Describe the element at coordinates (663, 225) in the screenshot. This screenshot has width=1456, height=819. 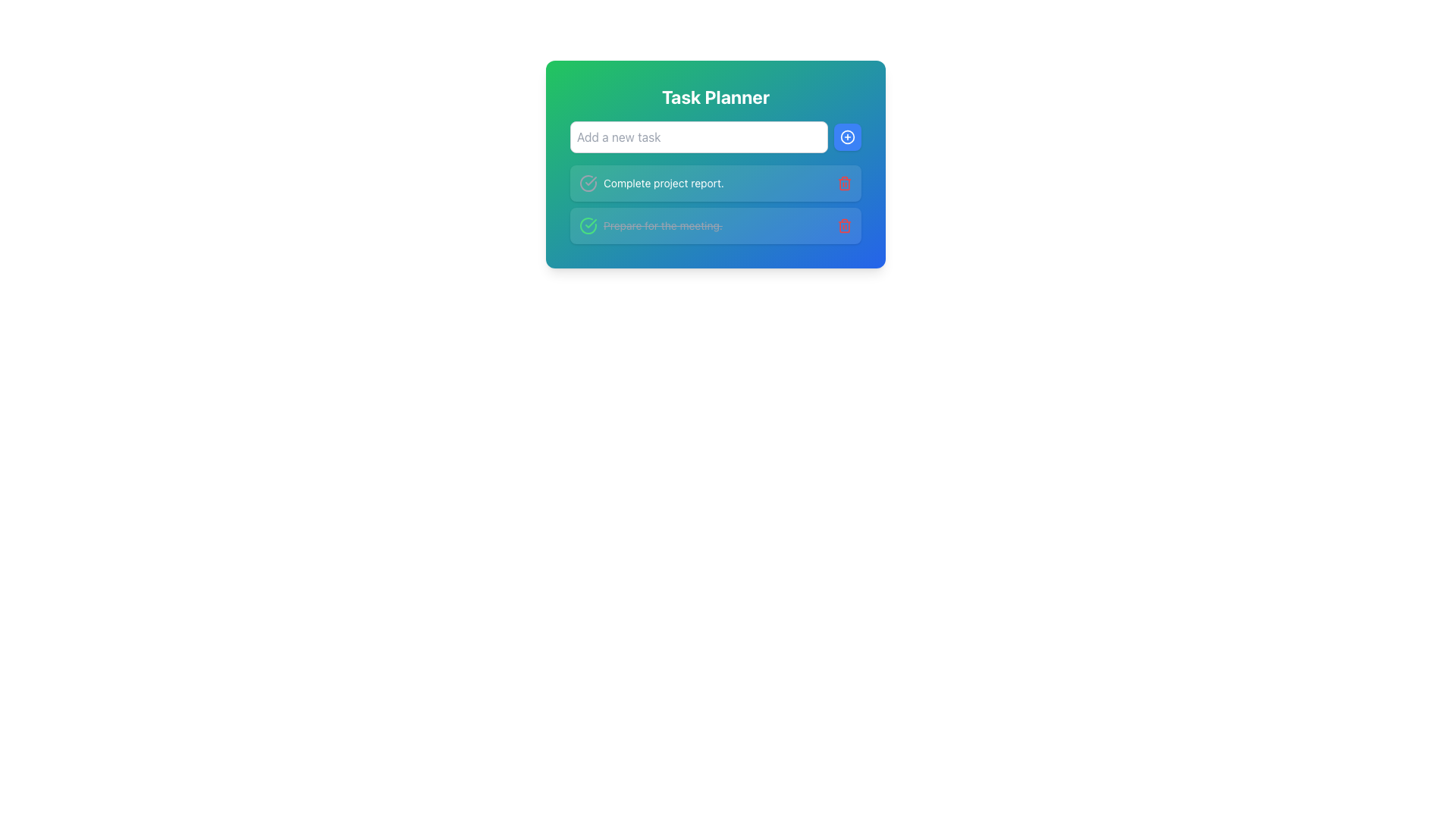
I see `the text element 'Prepare for the meeting.' which is displayed with a gray strikethrough font style, indicating task completion, located in the second task item of the 'Task Planner' section` at that location.